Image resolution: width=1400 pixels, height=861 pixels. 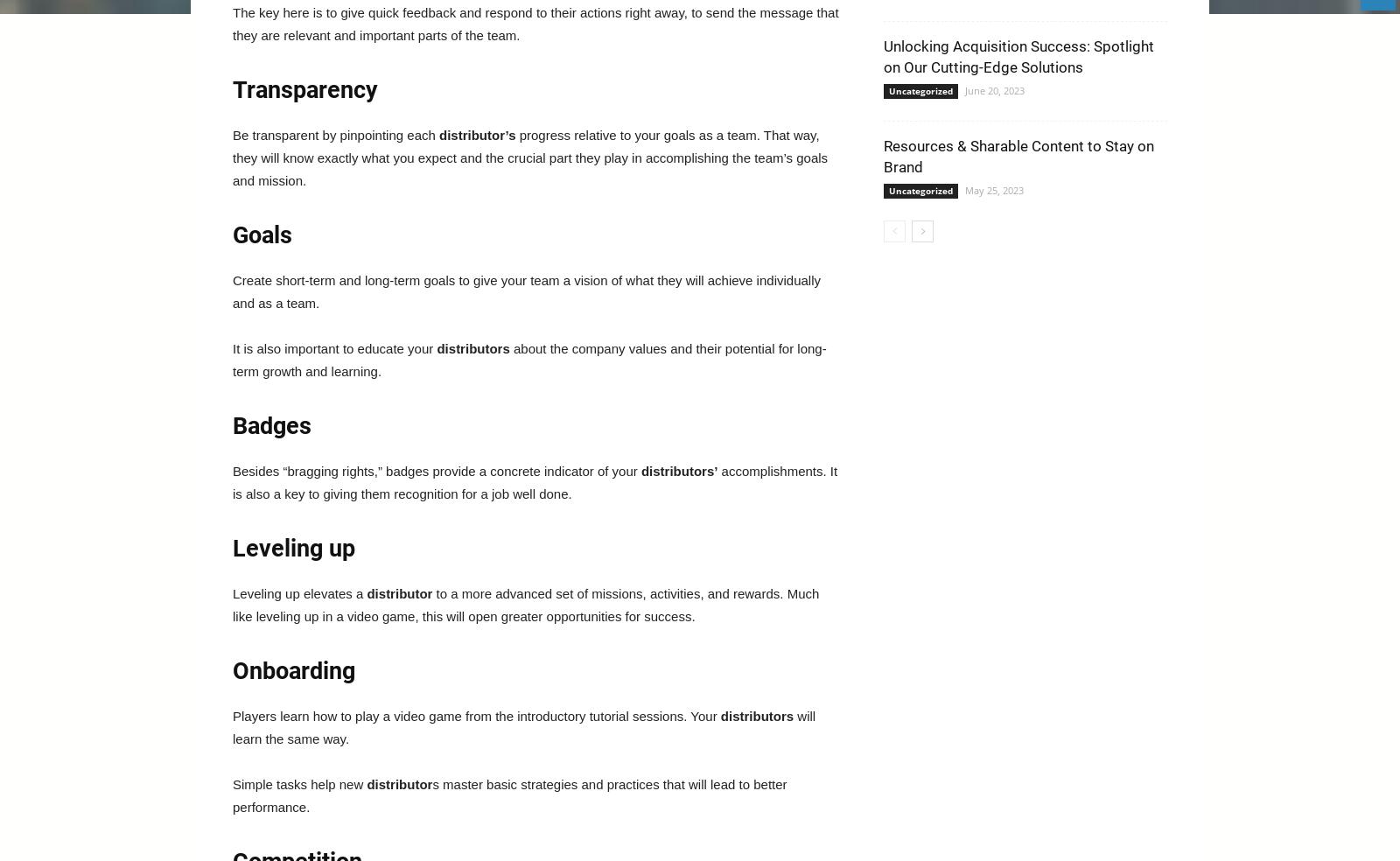 What do you see at coordinates (436, 470) in the screenshot?
I see `'Besides “bragging rights,” badges provide a concrete indicator of your'` at bounding box center [436, 470].